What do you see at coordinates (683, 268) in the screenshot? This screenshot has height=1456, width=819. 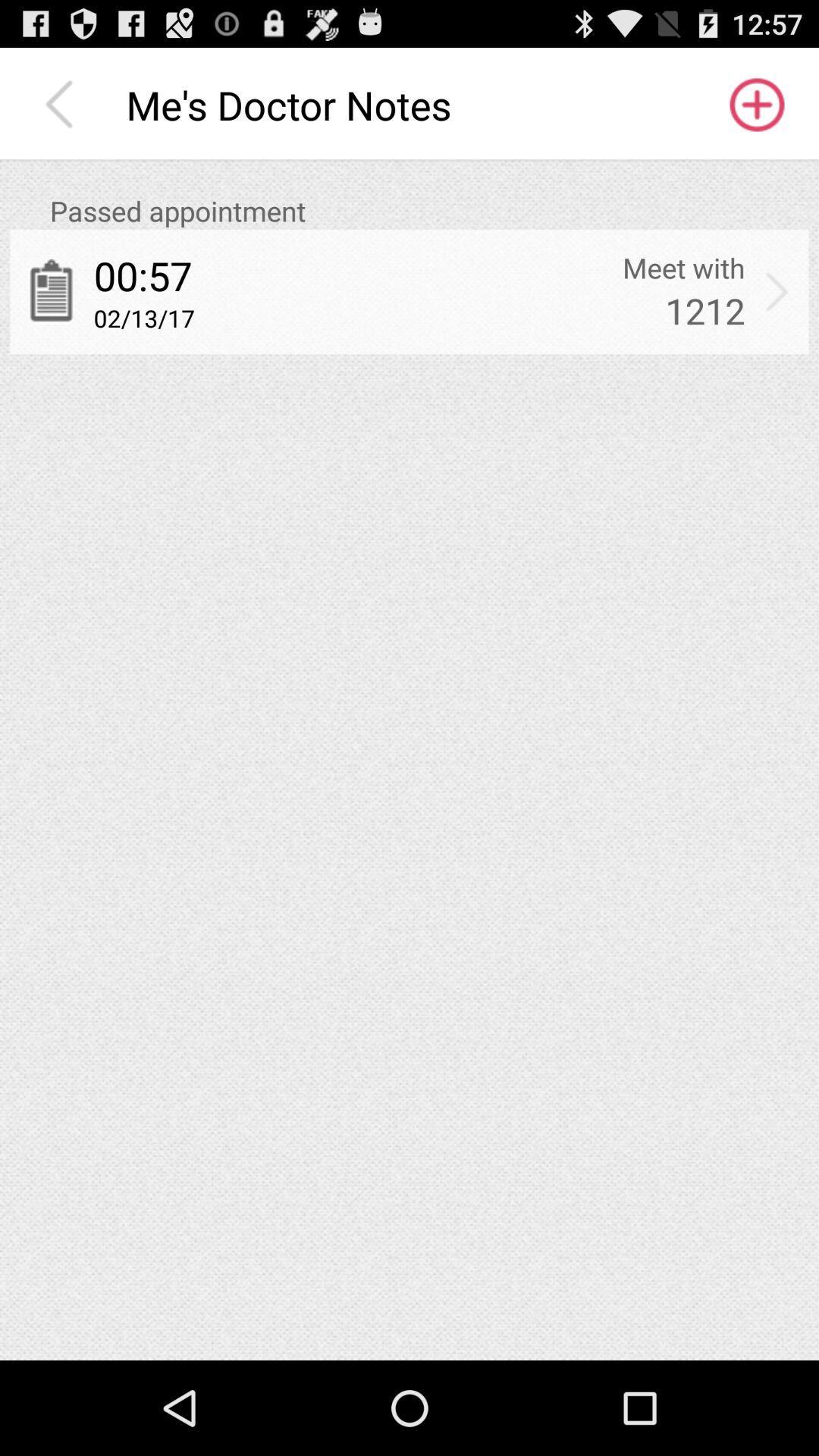 I see `app next to 00:57 app` at bounding box center [683, 268].